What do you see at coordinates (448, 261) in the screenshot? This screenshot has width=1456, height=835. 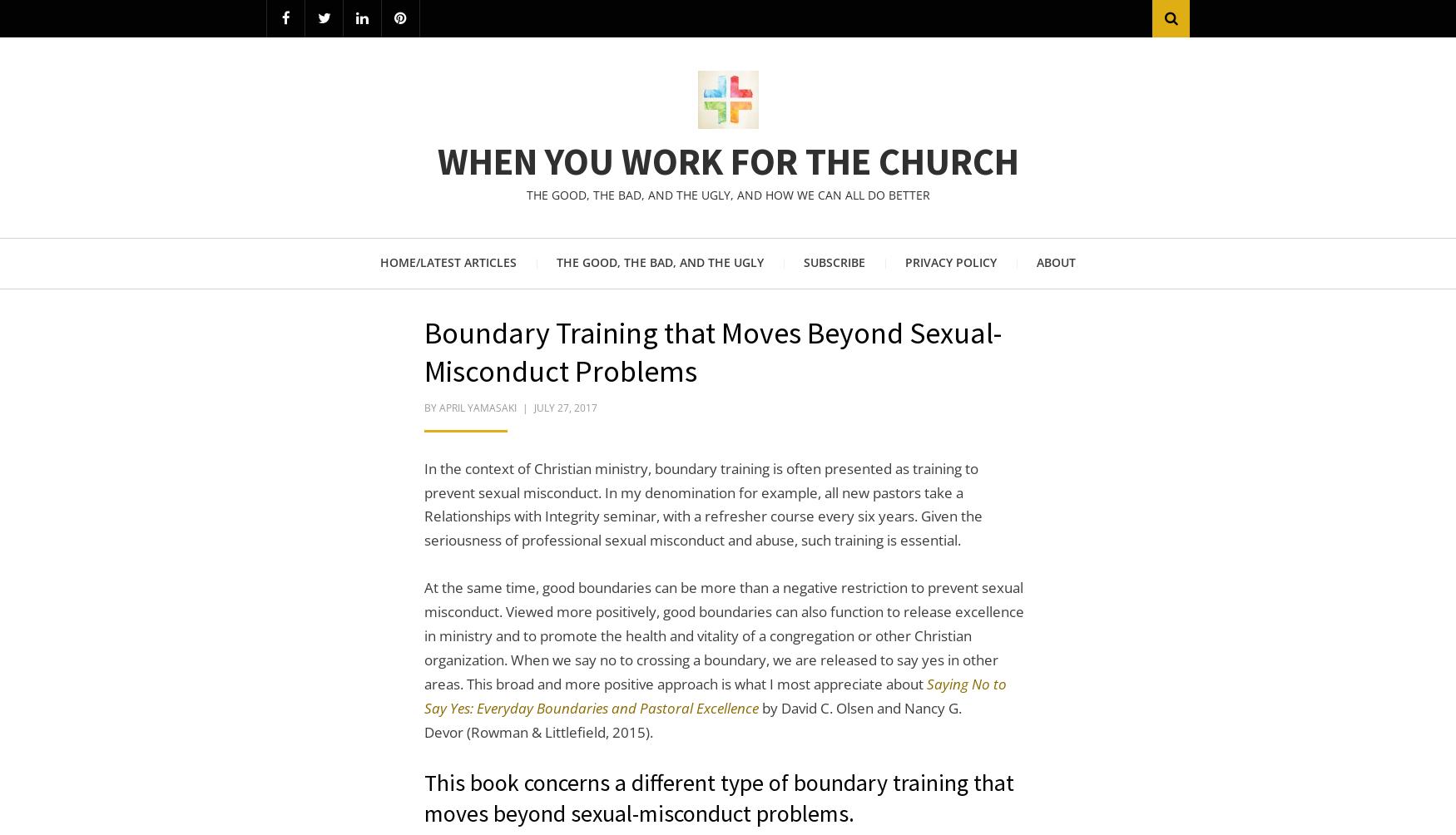 I see `'Home/Latest Articles'` at bounding box center [448, 261].